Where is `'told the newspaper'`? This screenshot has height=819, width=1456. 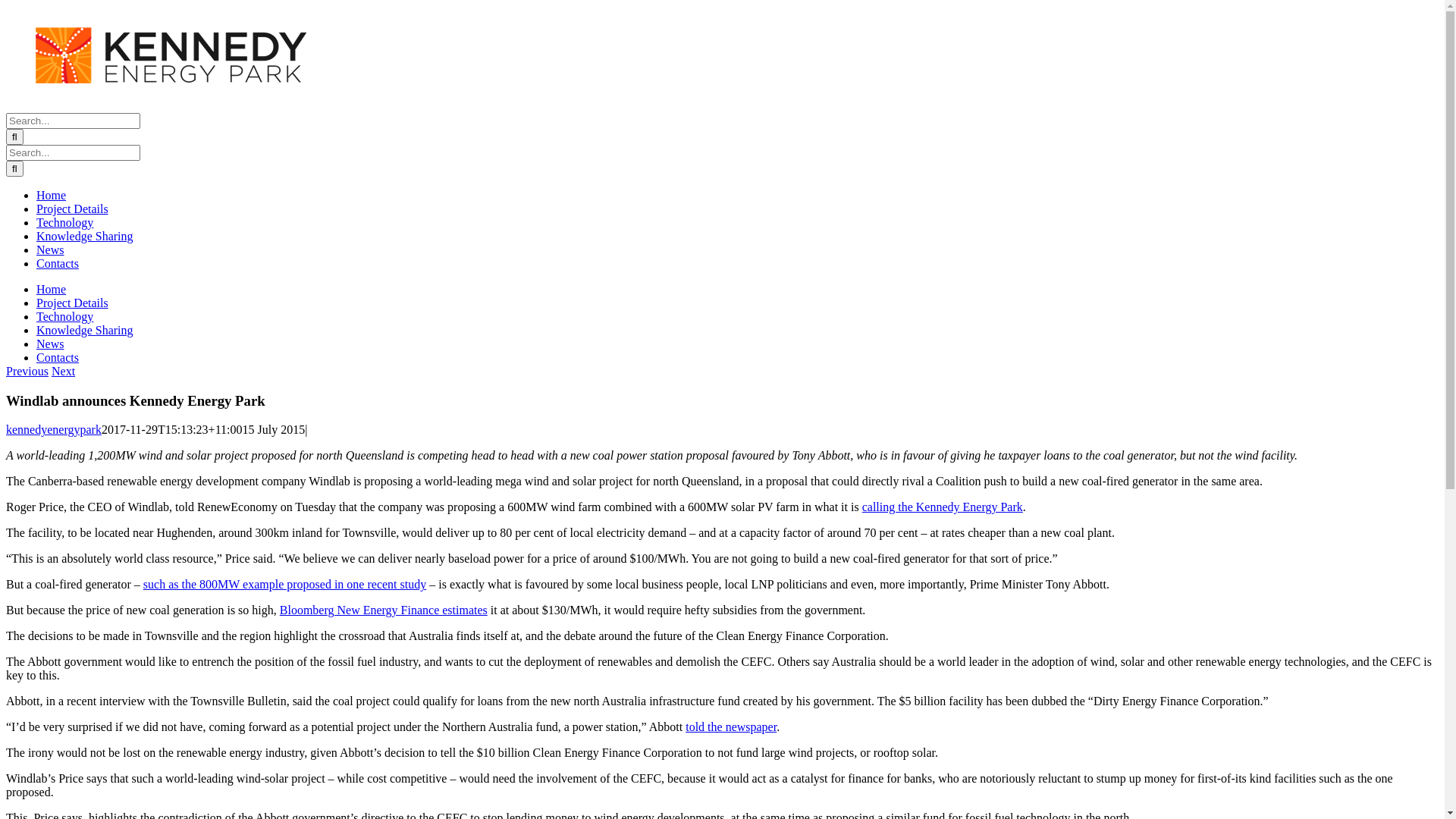 'told the newspaper' is located at coordinates (731, 726).